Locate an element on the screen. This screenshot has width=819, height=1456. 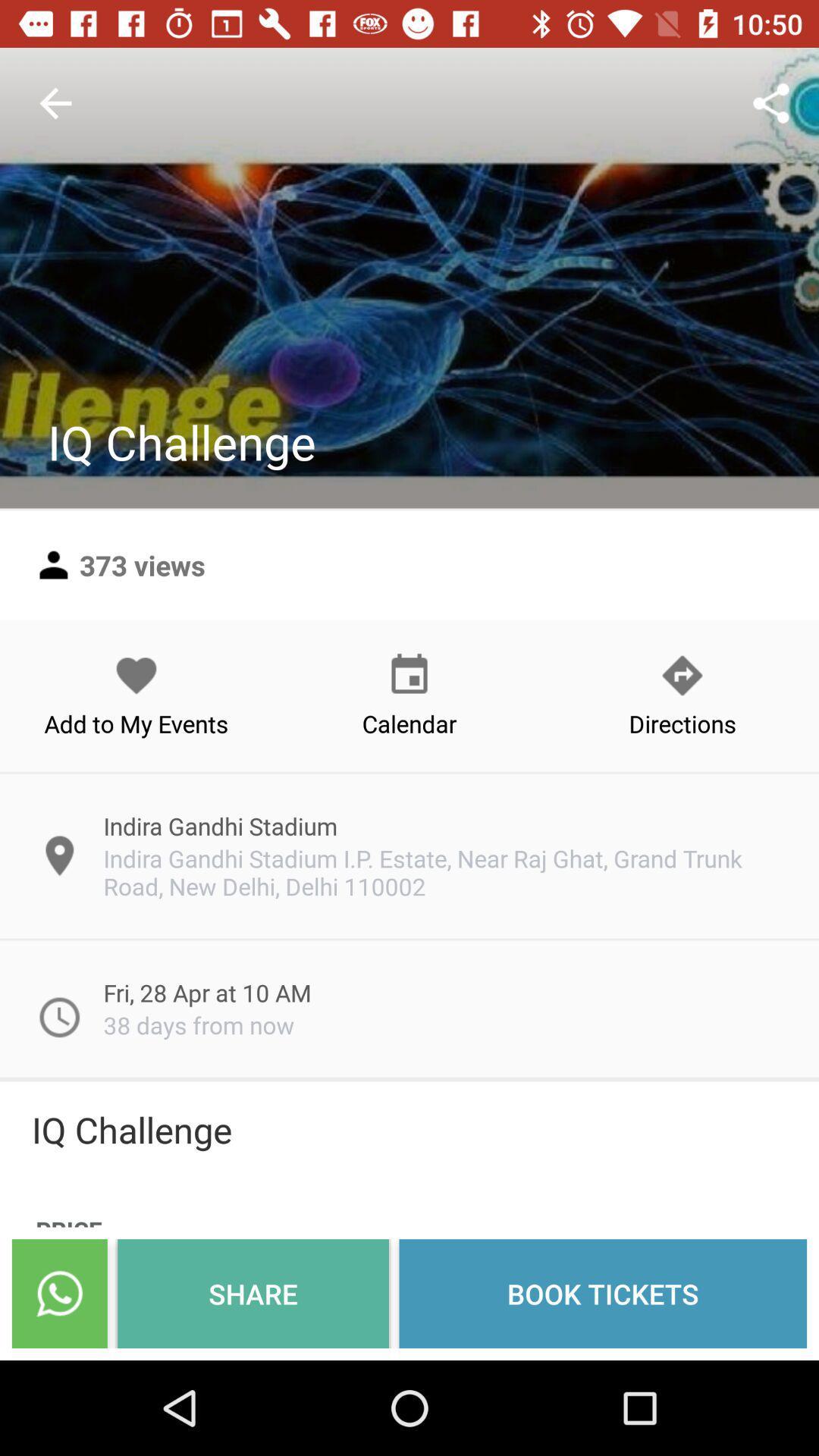
the icon next to calendar icon is located at coordinates (136, 695).